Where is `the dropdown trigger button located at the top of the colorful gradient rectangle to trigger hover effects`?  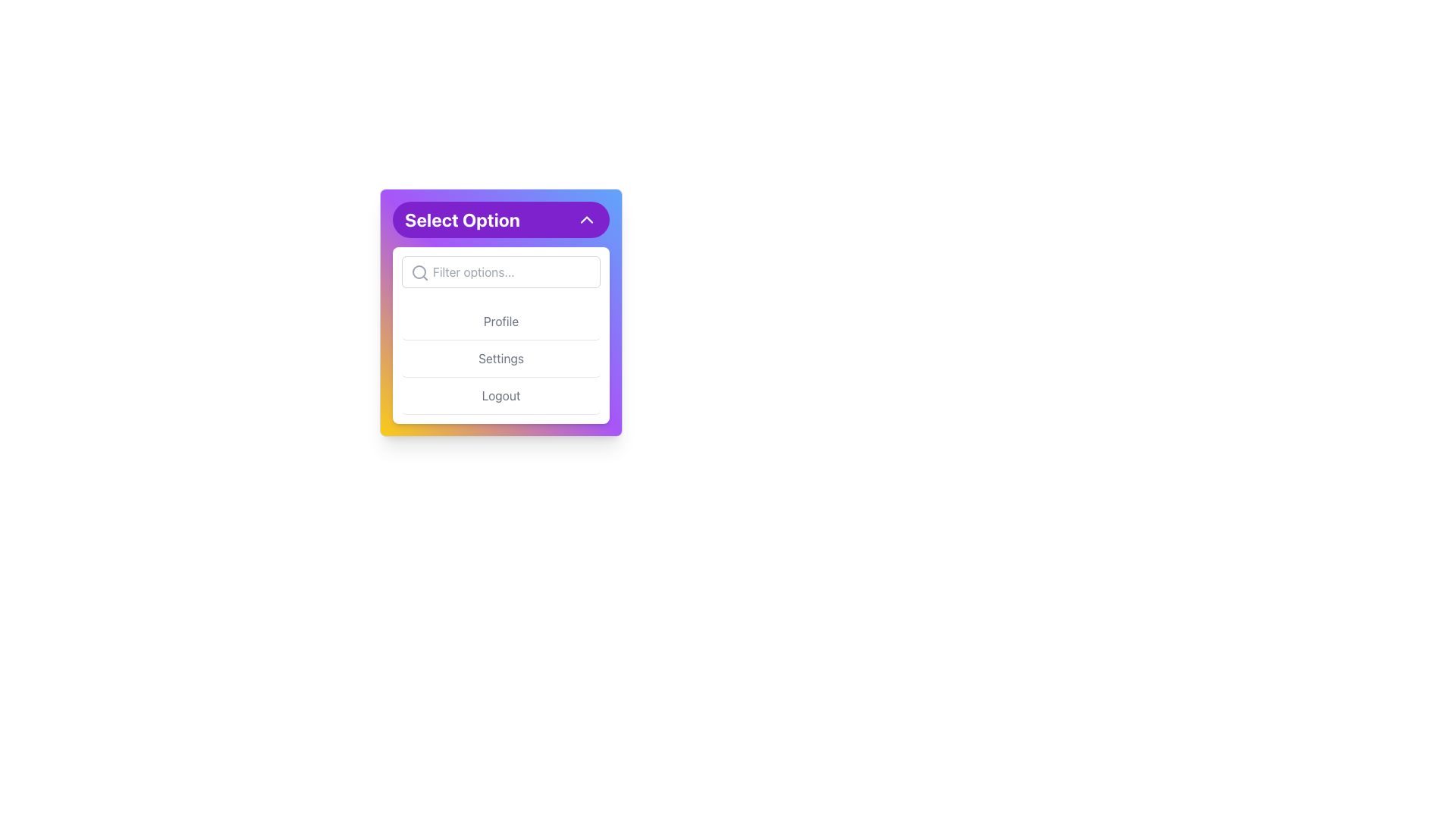
the dropdown trigger button located at the top of the colorful gradient rectangle to trigger hover effects is located at coordinates (501, 219).